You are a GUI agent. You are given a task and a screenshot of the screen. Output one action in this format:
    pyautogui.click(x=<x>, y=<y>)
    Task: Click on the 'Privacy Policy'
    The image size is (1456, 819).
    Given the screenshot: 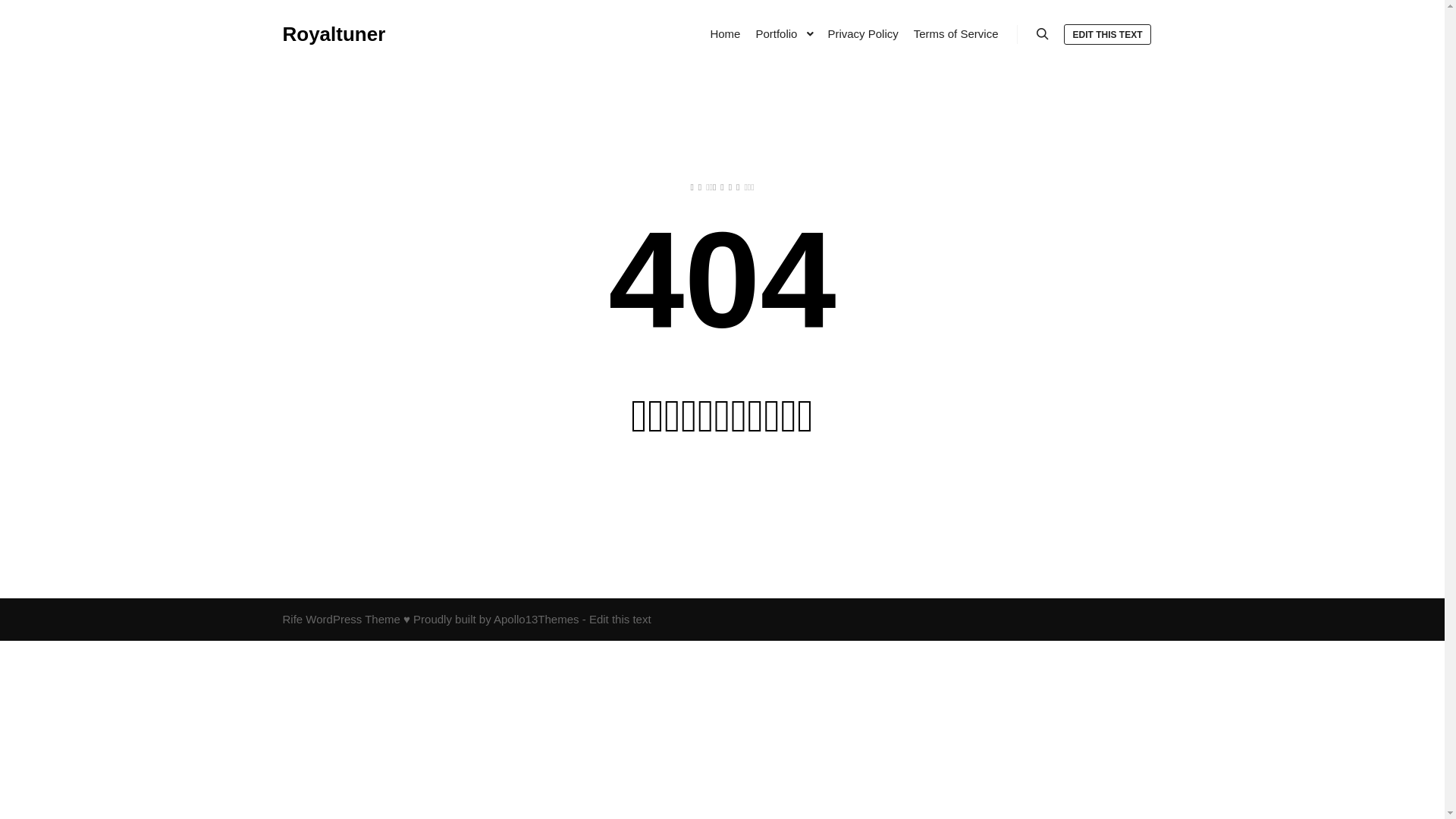 What is the action you would take?
    pyautogui.click(x=862, y=34)
    